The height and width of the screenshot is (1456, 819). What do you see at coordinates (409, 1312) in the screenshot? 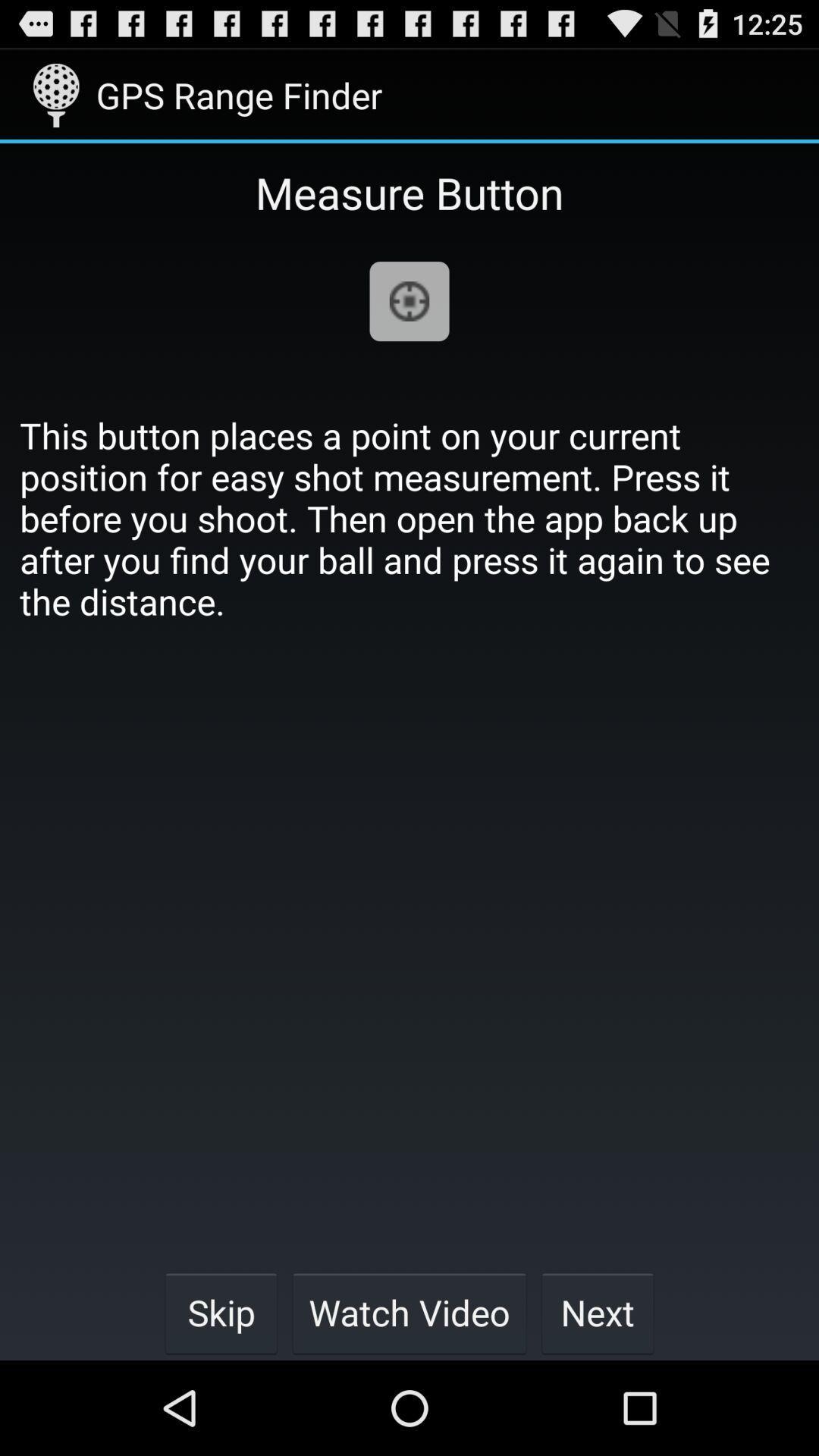
I see `the watch video` at bounding box center [409, 1312].